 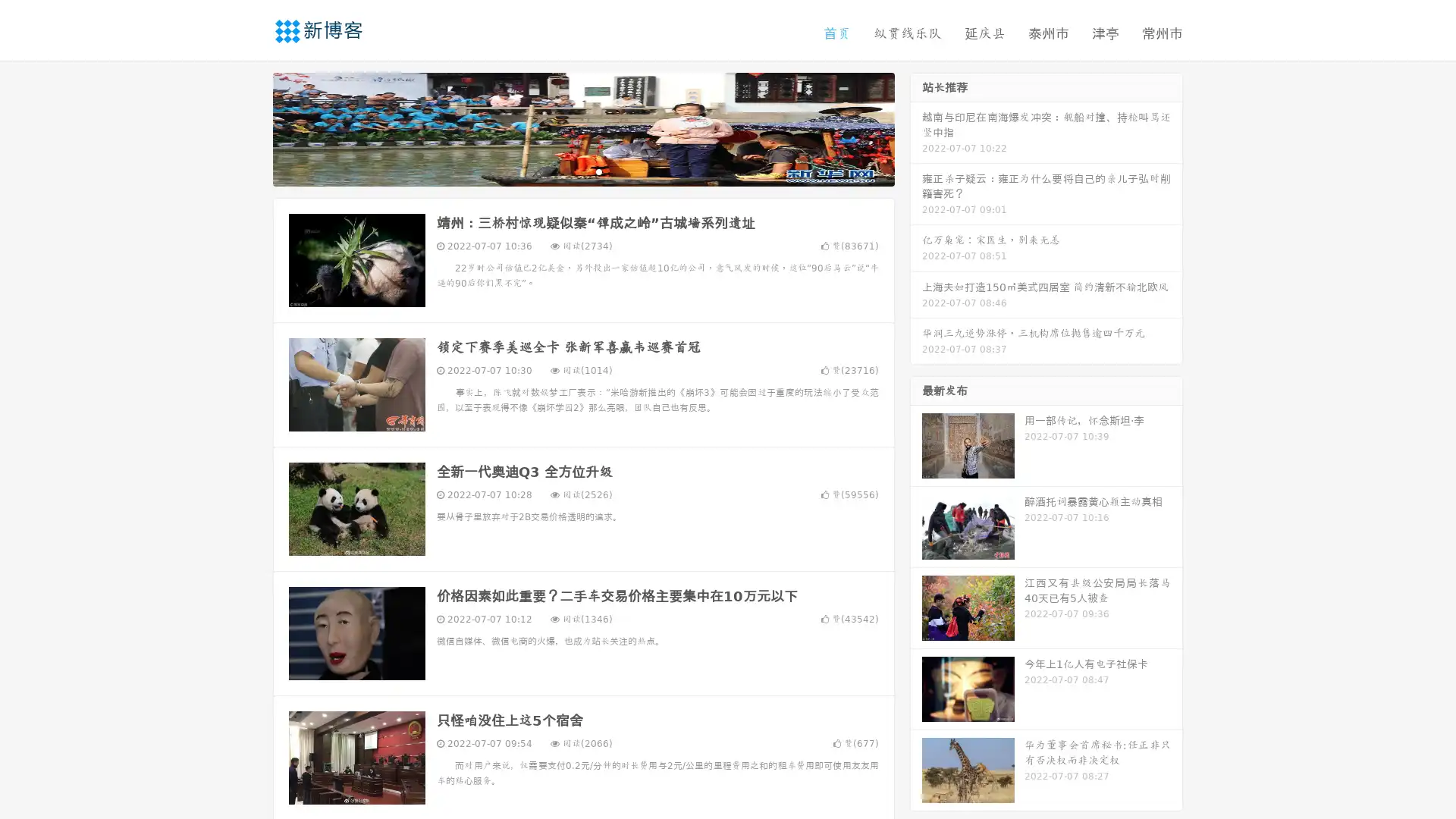 I want to click on Go to slide 2, so click(x=582, y=171).